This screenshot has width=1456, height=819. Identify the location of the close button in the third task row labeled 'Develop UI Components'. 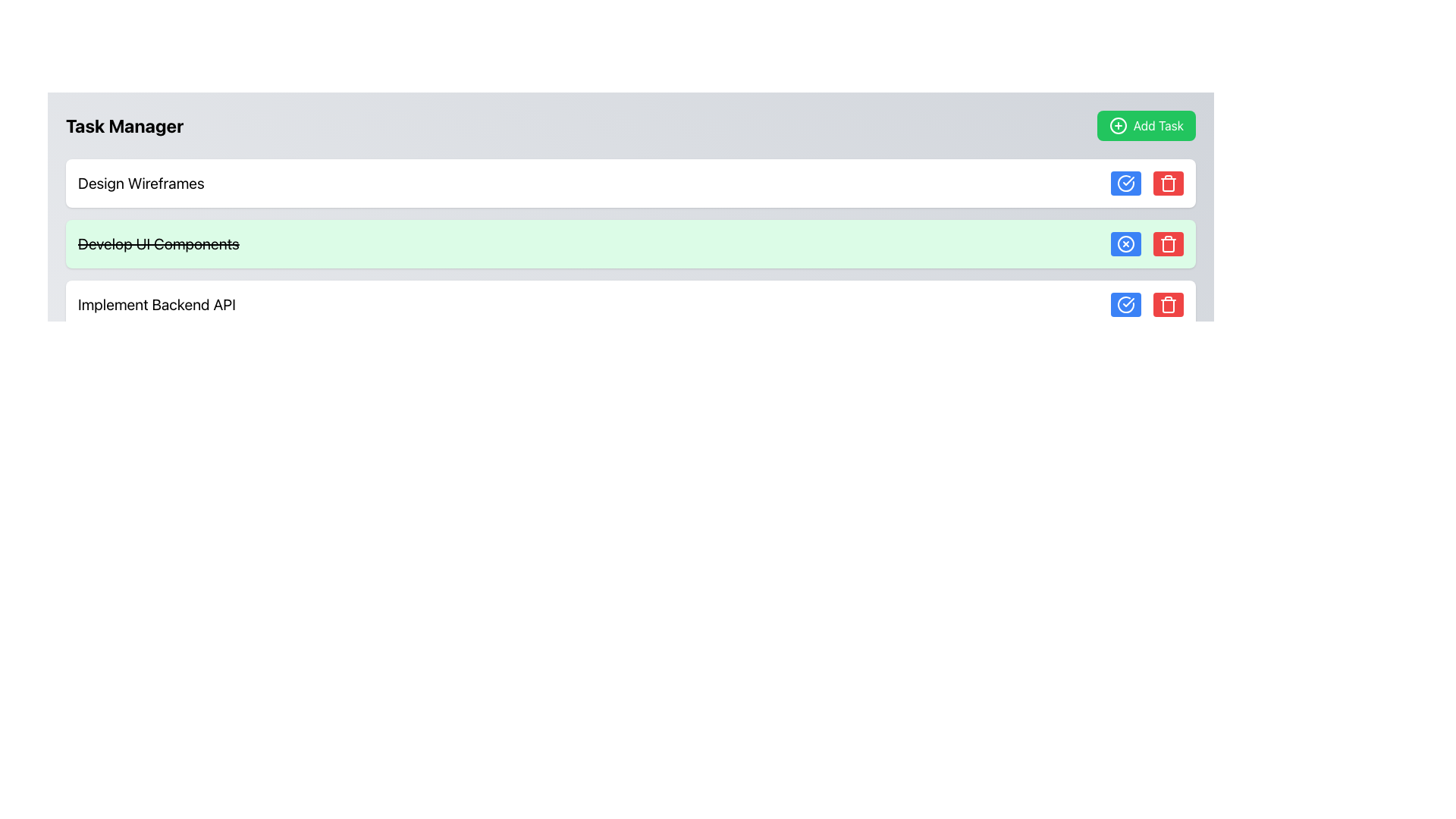
(1125, 243).